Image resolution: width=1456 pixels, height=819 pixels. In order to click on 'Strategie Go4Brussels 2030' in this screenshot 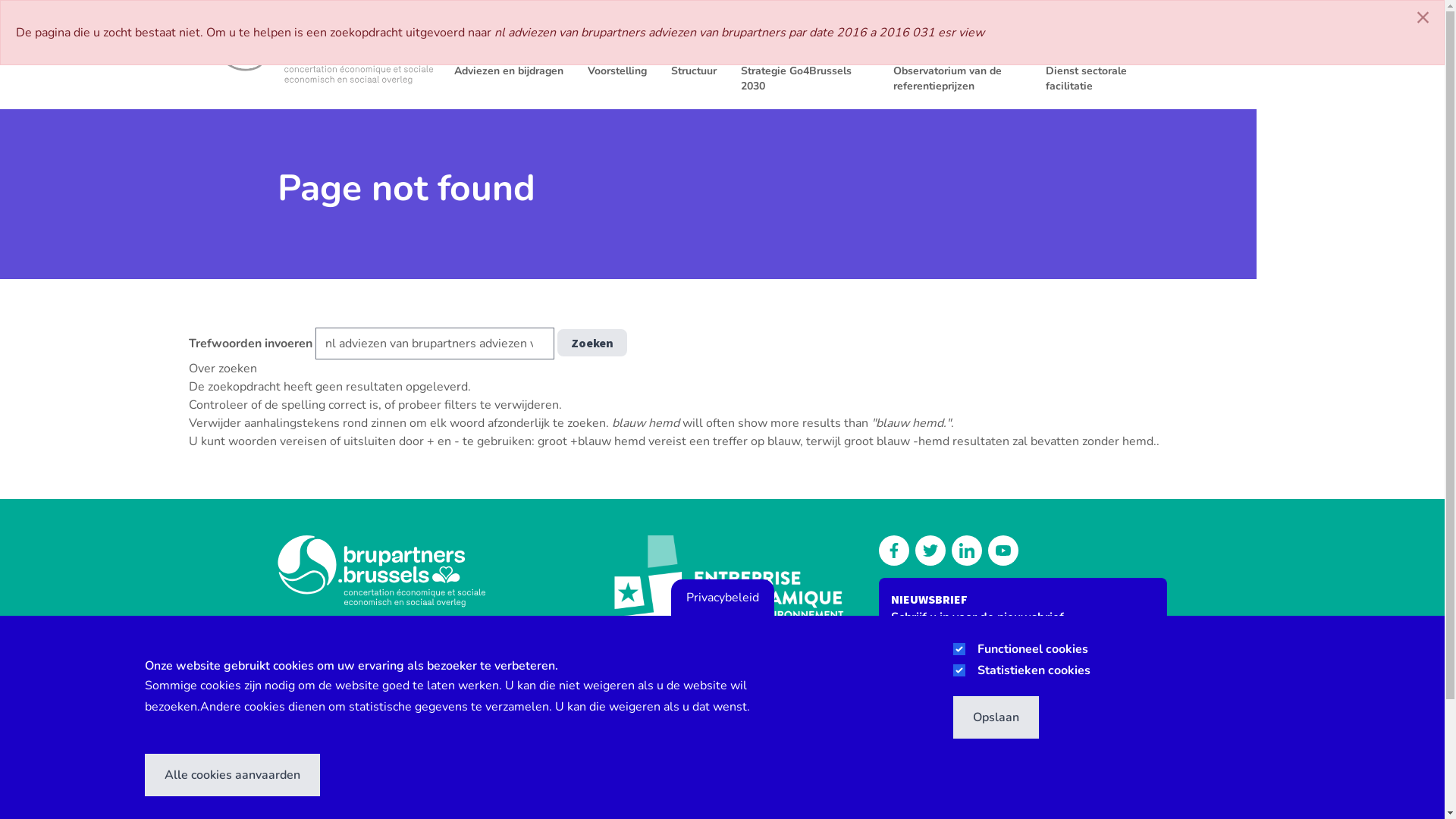, I will do `click(803, 77)`.